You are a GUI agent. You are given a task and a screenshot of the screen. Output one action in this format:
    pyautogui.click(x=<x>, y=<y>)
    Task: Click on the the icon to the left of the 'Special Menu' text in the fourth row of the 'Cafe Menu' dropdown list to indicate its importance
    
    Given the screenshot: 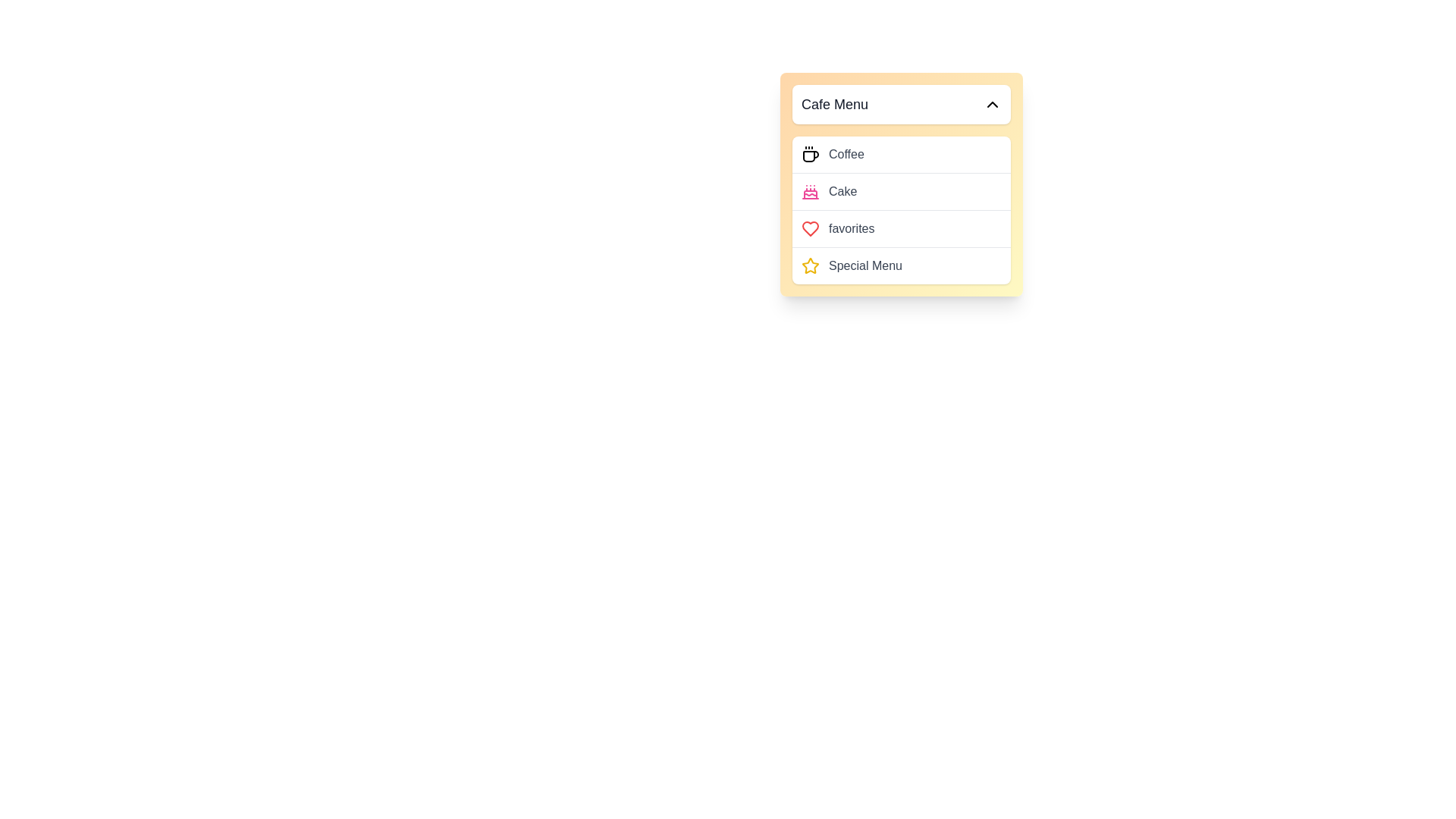 What is the action you would take?
    pyautogui.click(x=810, y=265)
    